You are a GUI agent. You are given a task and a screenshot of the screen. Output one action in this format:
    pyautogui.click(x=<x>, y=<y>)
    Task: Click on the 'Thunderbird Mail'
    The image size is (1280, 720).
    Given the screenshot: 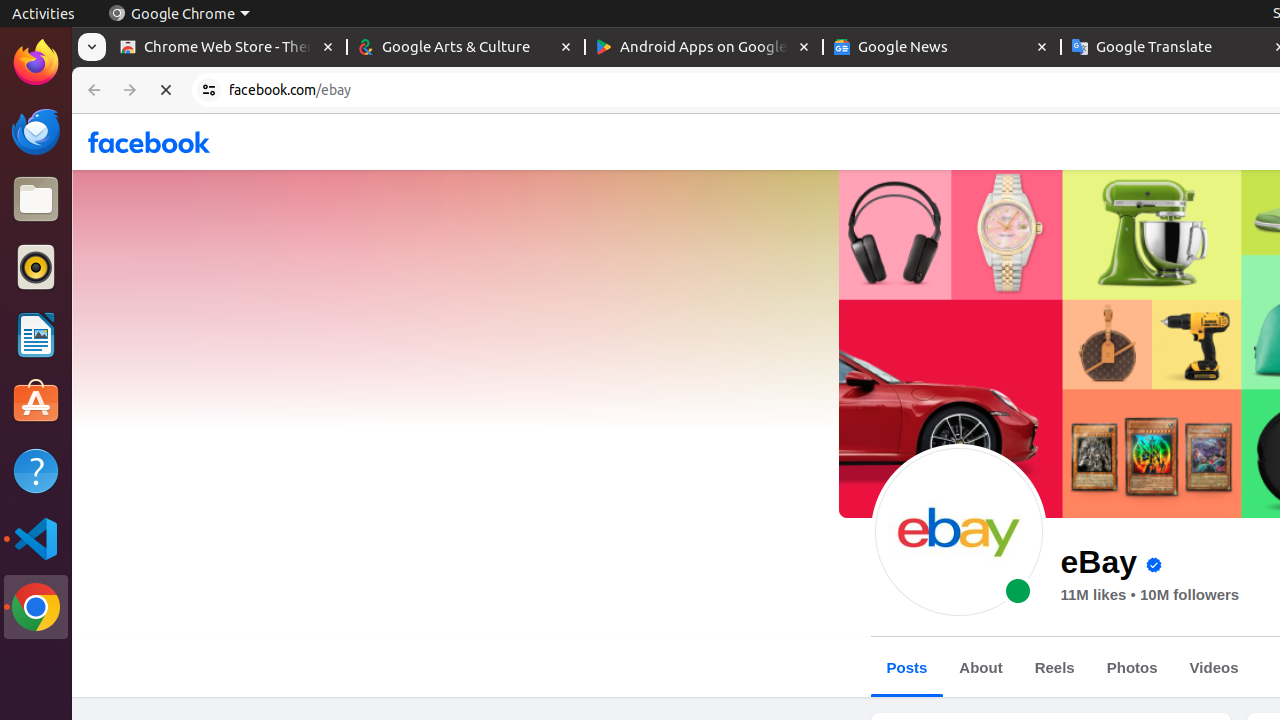 What is the action you would take?
    pyautogui.click(x=35, y=130)
    